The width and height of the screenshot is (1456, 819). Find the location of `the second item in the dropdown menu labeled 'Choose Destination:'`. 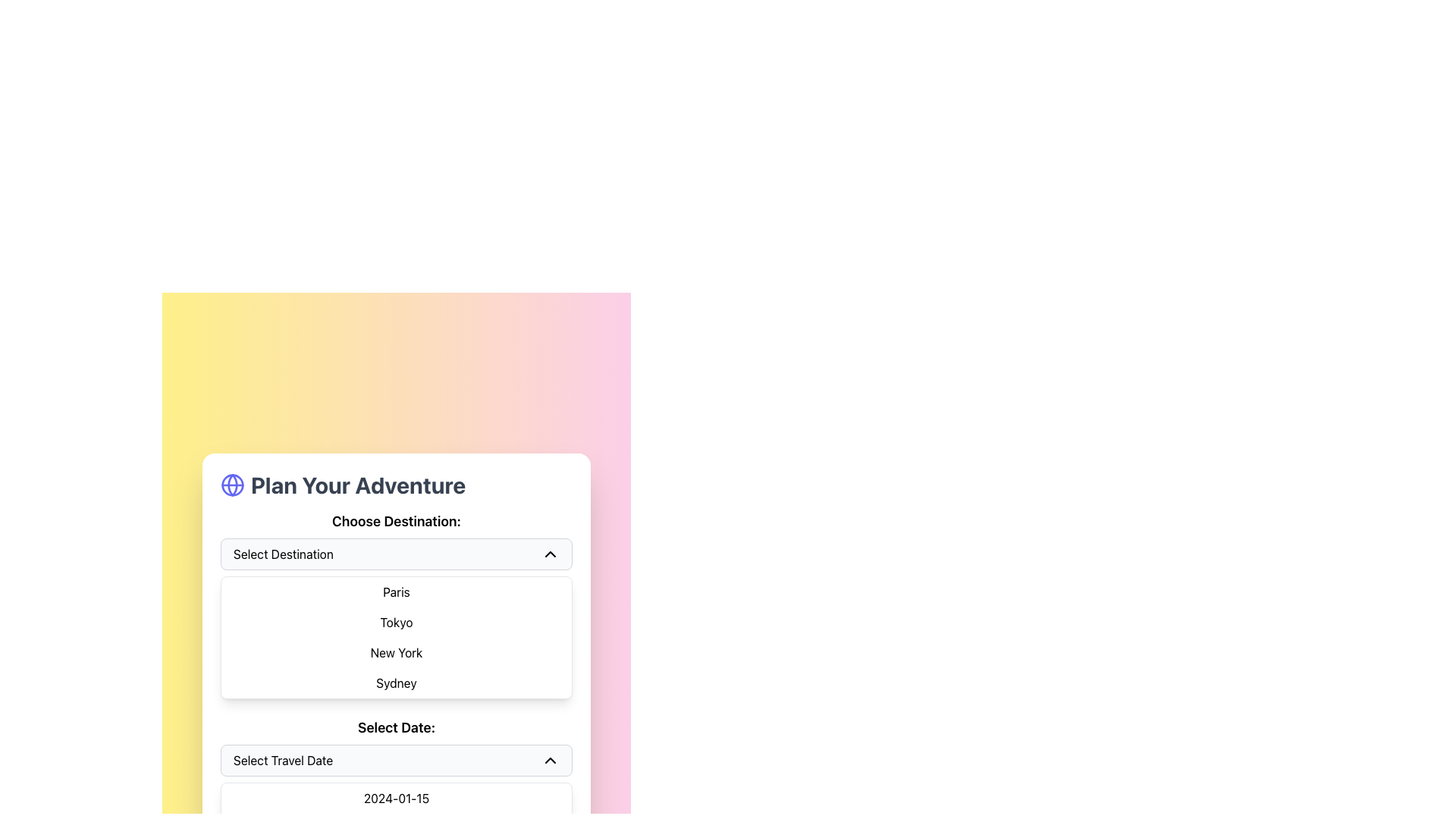

the second item in the dropdown menu labeled 'Choose Destination:' is located at coordinates (397, 623).